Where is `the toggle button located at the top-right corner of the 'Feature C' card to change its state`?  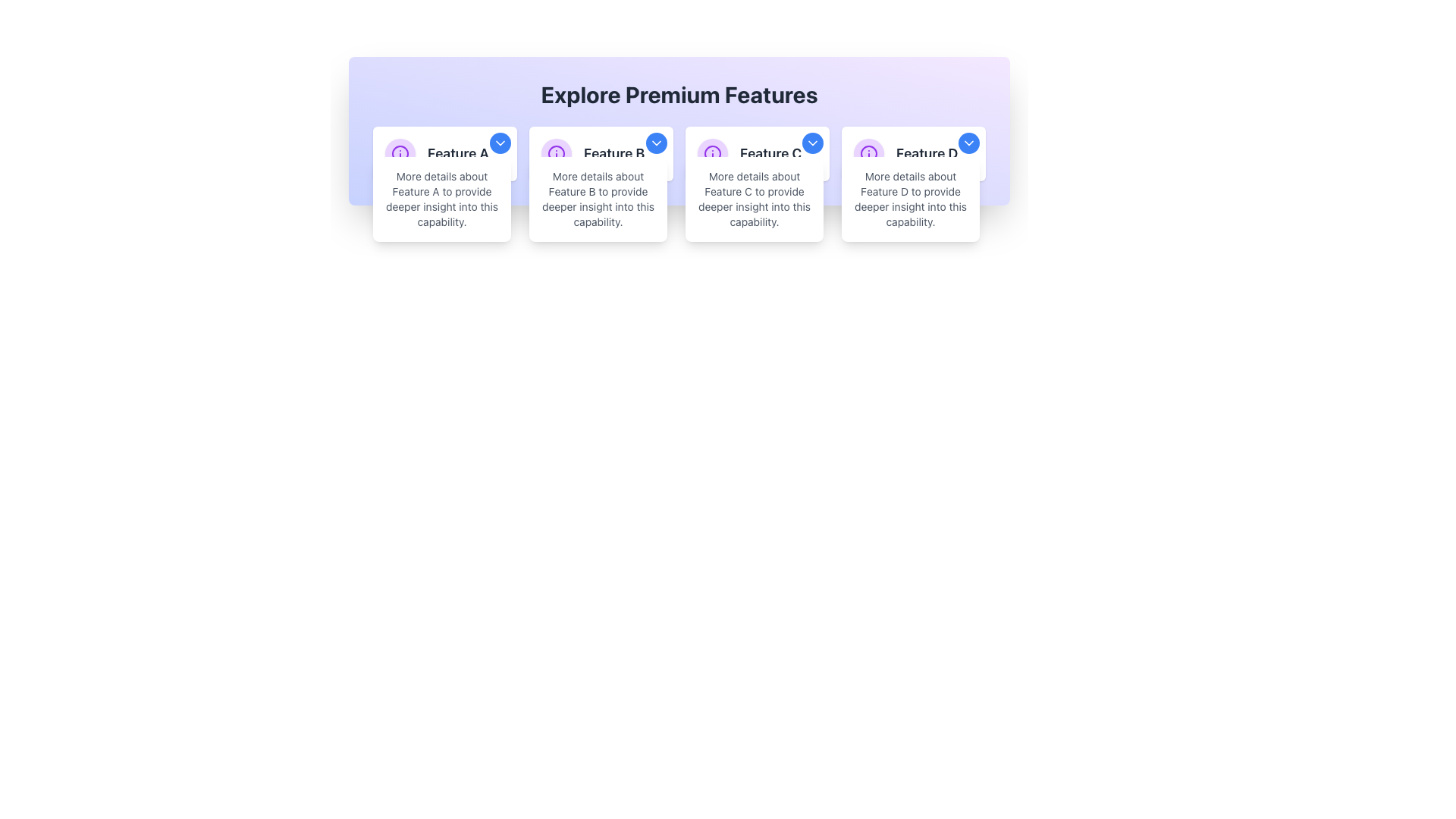
the toggle button located at the top-right corner of the 'Feature C' card to change its state is located at coordinates (811, 143).